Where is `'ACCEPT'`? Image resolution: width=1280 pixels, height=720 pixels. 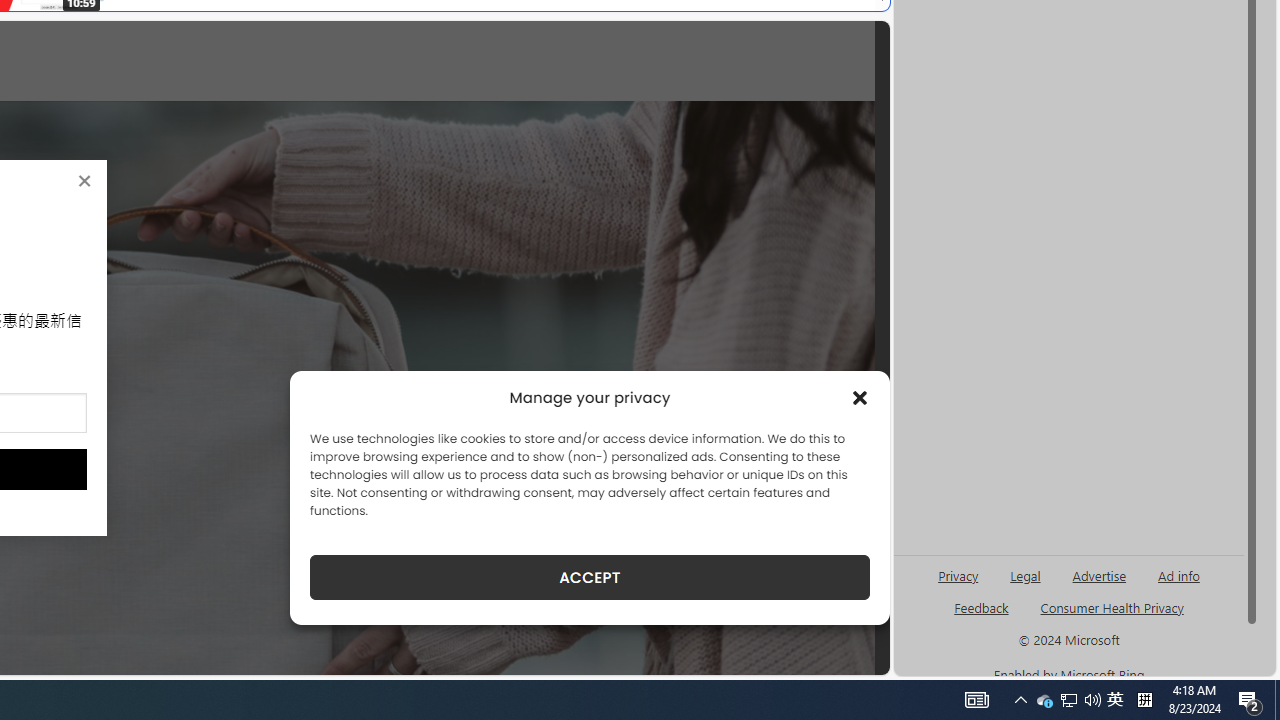 'ACCEPT' is located at coordinates (589, 577).